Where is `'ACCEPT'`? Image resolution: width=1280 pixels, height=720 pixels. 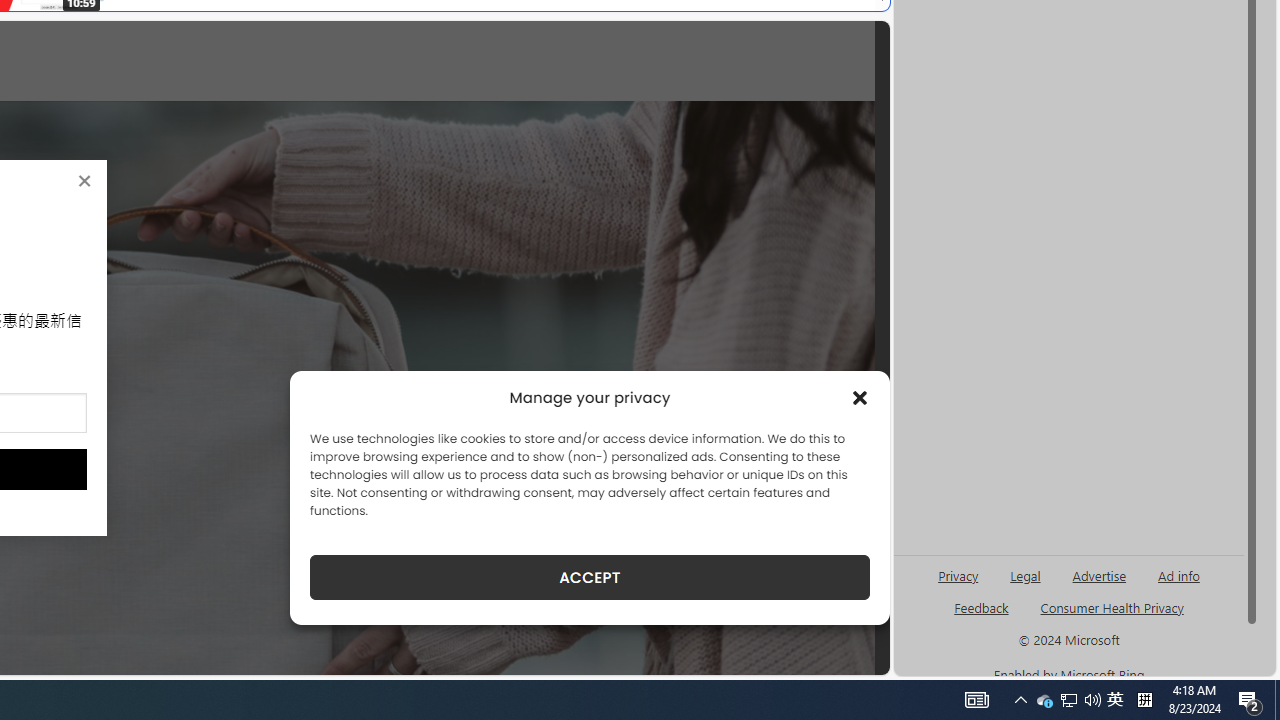 'ACCEPT' is located at coordinates (589, 577).